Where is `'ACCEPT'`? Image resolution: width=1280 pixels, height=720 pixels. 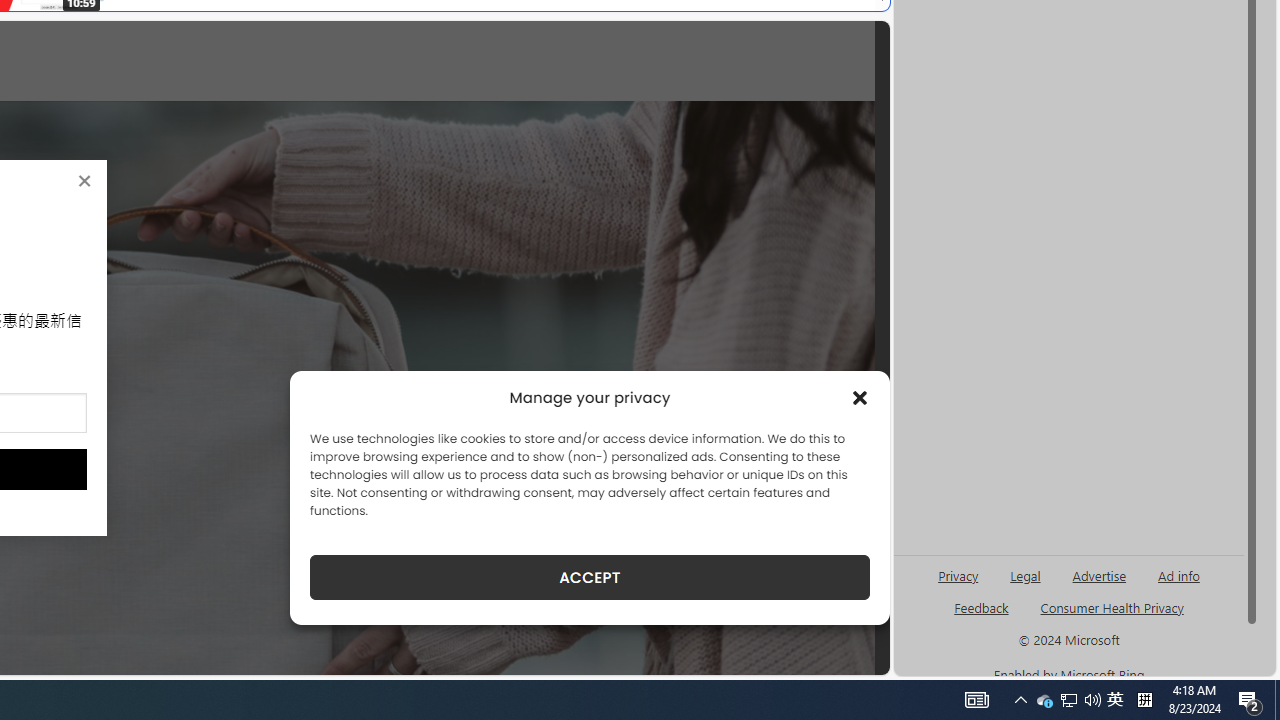 'ACCEPT' is located at coordinates (589, 577).